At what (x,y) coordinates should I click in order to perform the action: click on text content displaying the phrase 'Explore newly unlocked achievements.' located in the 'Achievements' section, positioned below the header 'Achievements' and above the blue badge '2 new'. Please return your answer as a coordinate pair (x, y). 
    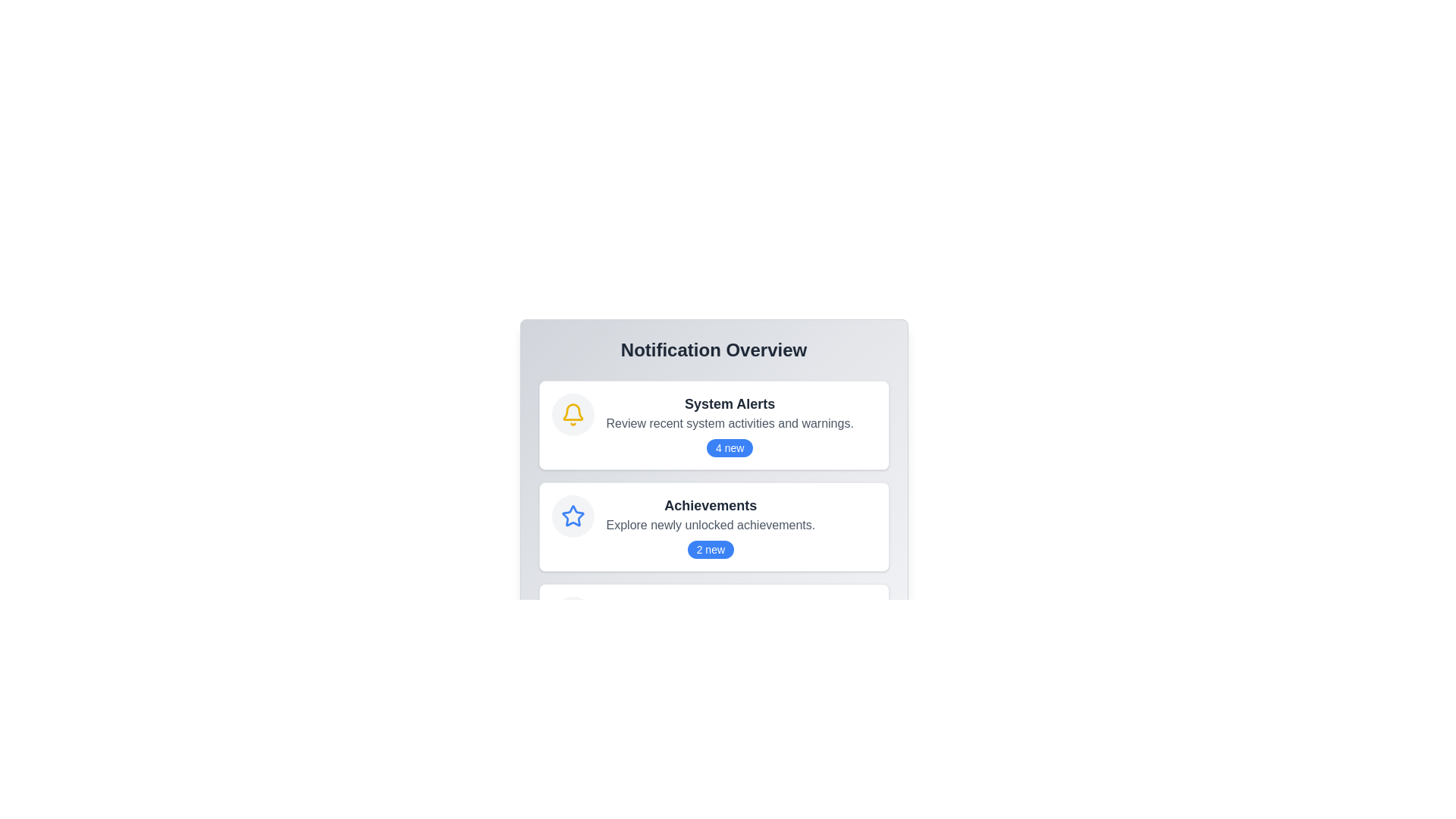
    Looking at the image, I should click on (710, 525).